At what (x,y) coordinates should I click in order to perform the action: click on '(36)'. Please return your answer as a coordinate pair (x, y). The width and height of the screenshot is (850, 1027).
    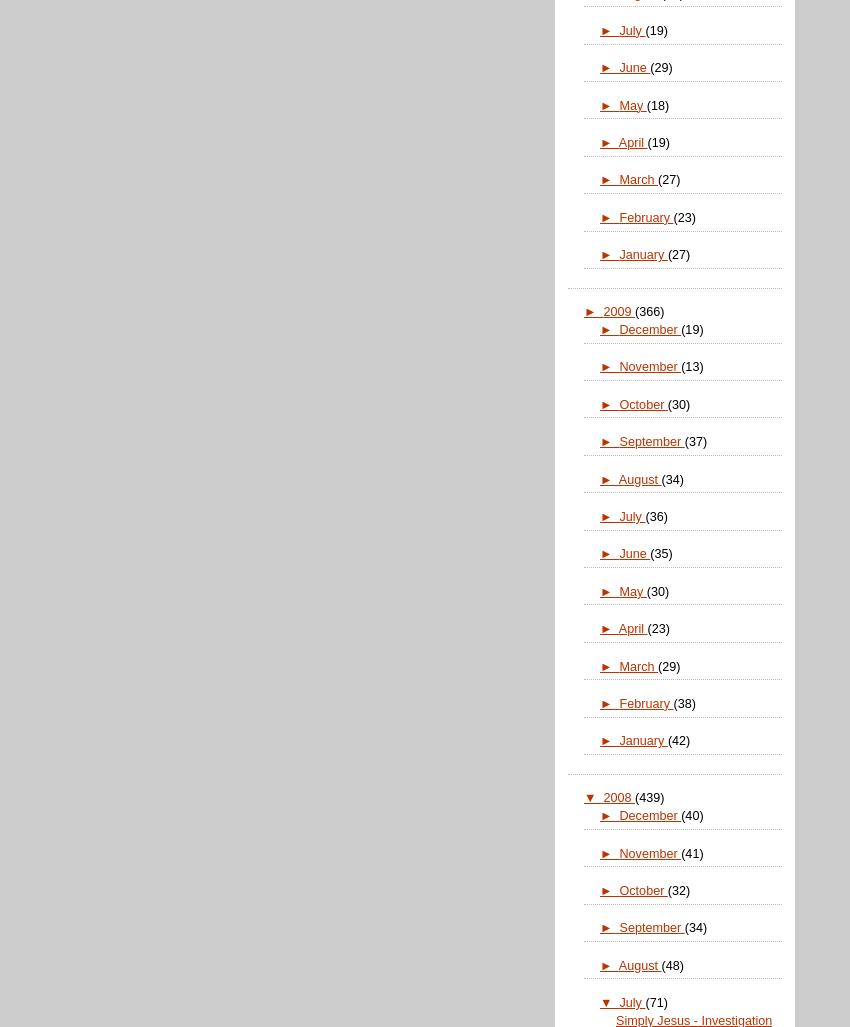
    Looking at the image, I should click on (656, 514).